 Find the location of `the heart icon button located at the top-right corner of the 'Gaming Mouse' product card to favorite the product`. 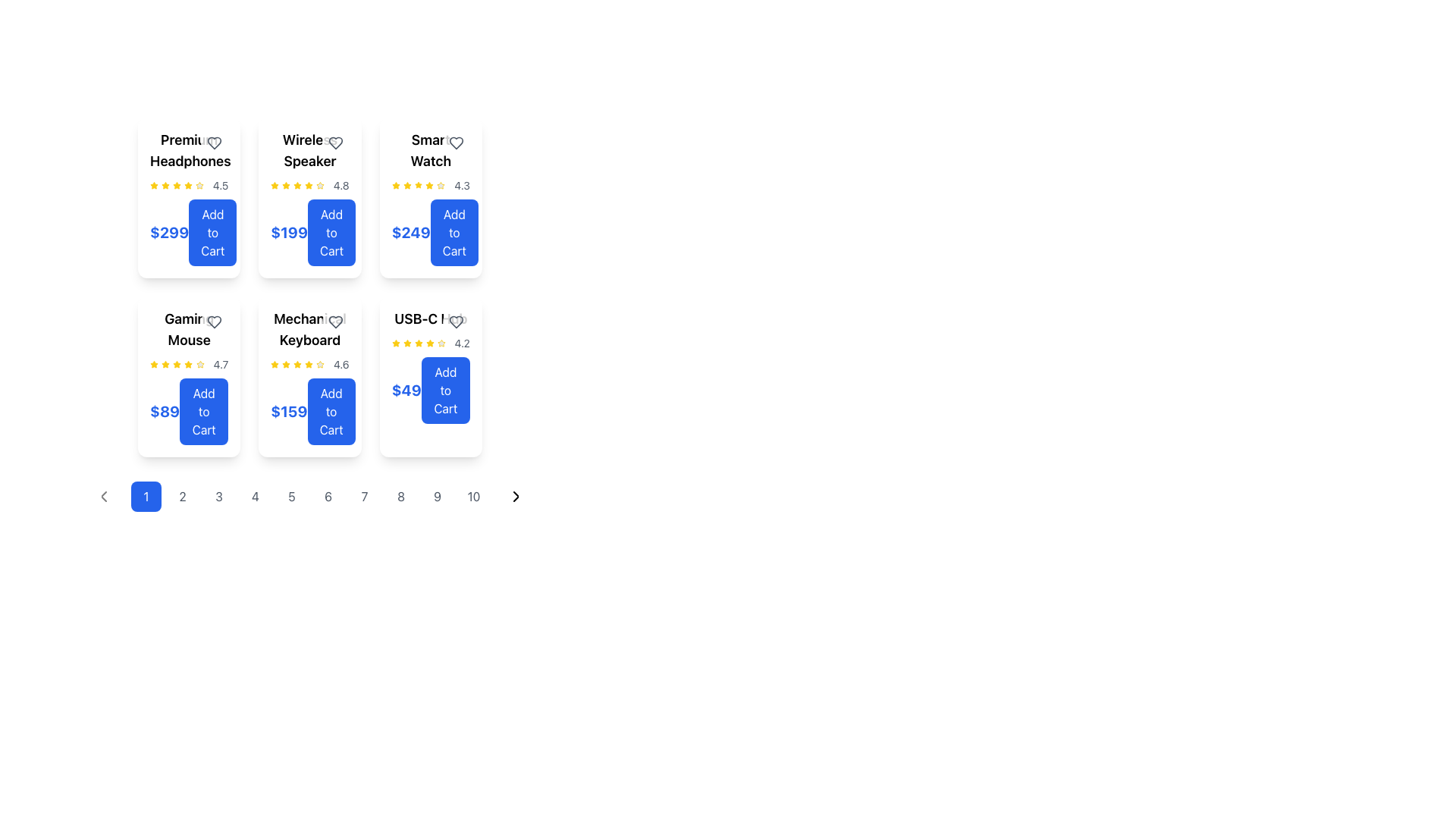

the heart icon button located at the top-right corner of the 'Gaming Mouse' product card to favorite the product is located at coordinates (214, 321).